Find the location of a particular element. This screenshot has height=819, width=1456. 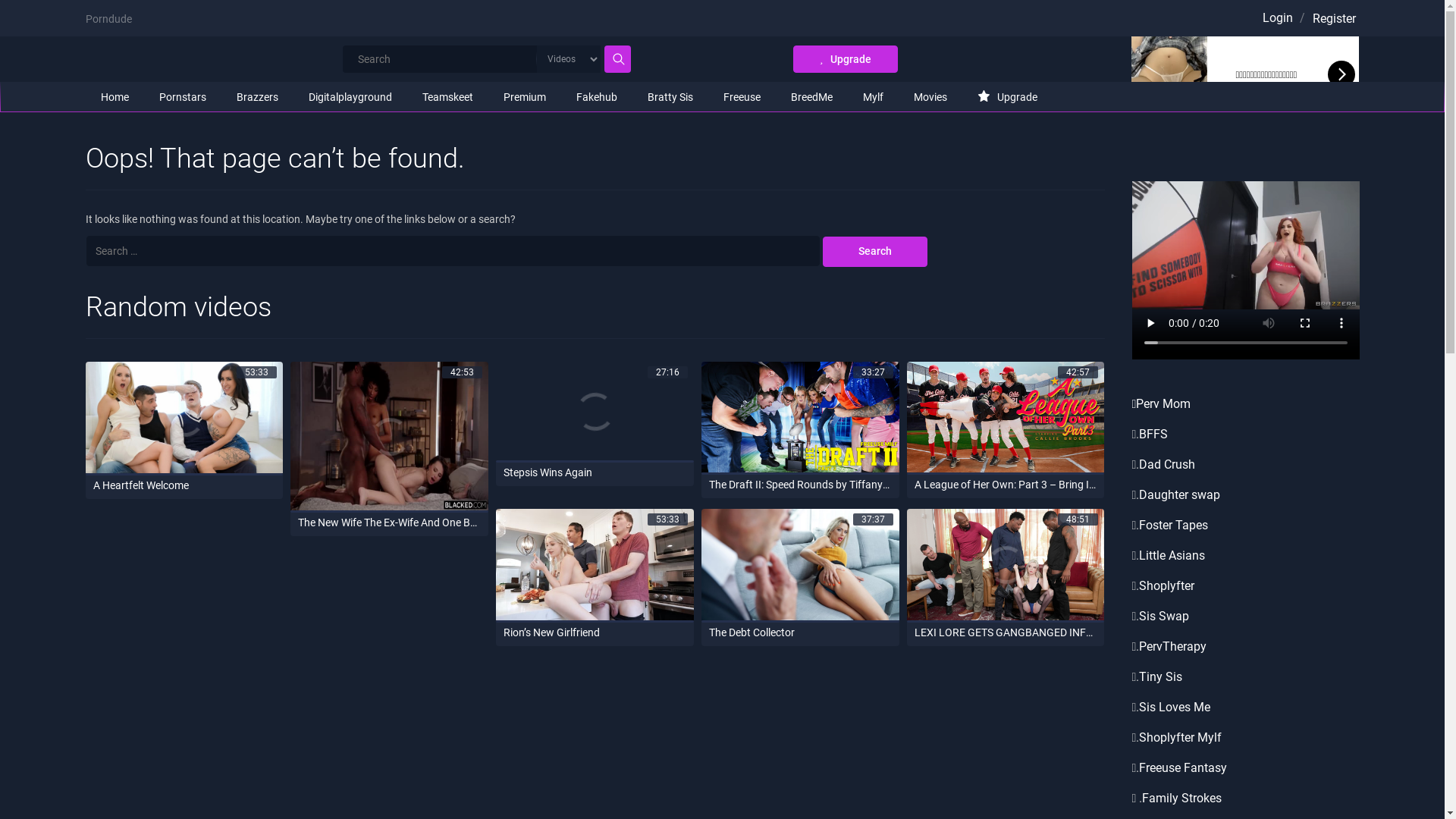

'Sis Loves Me' is located at coordinates (1174, 707).